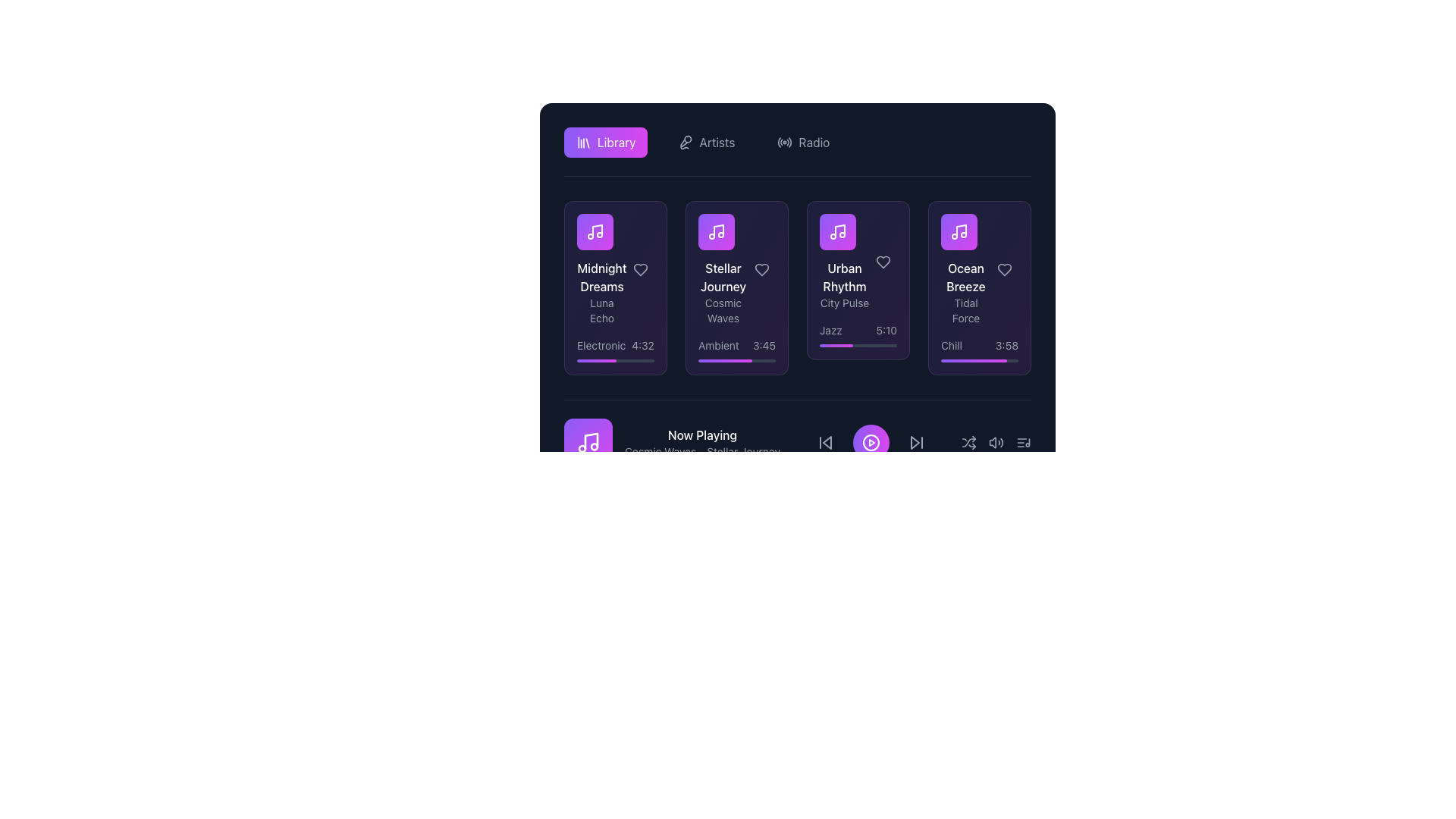 This screenshot has width=1456, height=819. Describe the element at coordinates (723, 278) in the screenshot. I see `the 'Stellar Journey' text label element, which is styled in white font and positioned within a card-like structure below an icon and above the 'Cosmic Waves' text element` at that location.